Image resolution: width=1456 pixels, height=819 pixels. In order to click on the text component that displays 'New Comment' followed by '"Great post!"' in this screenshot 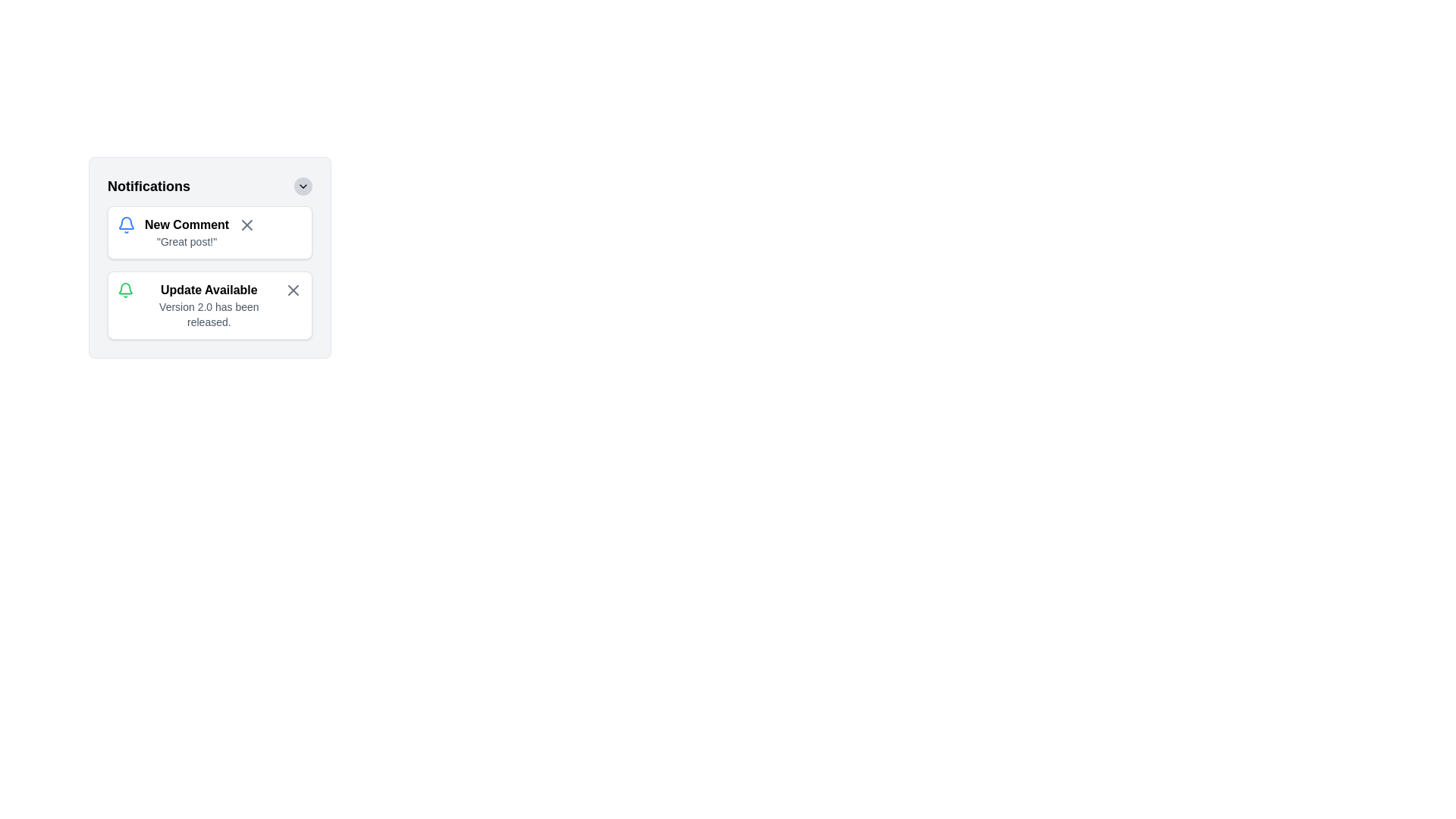, I will do `click(186, 233)`.